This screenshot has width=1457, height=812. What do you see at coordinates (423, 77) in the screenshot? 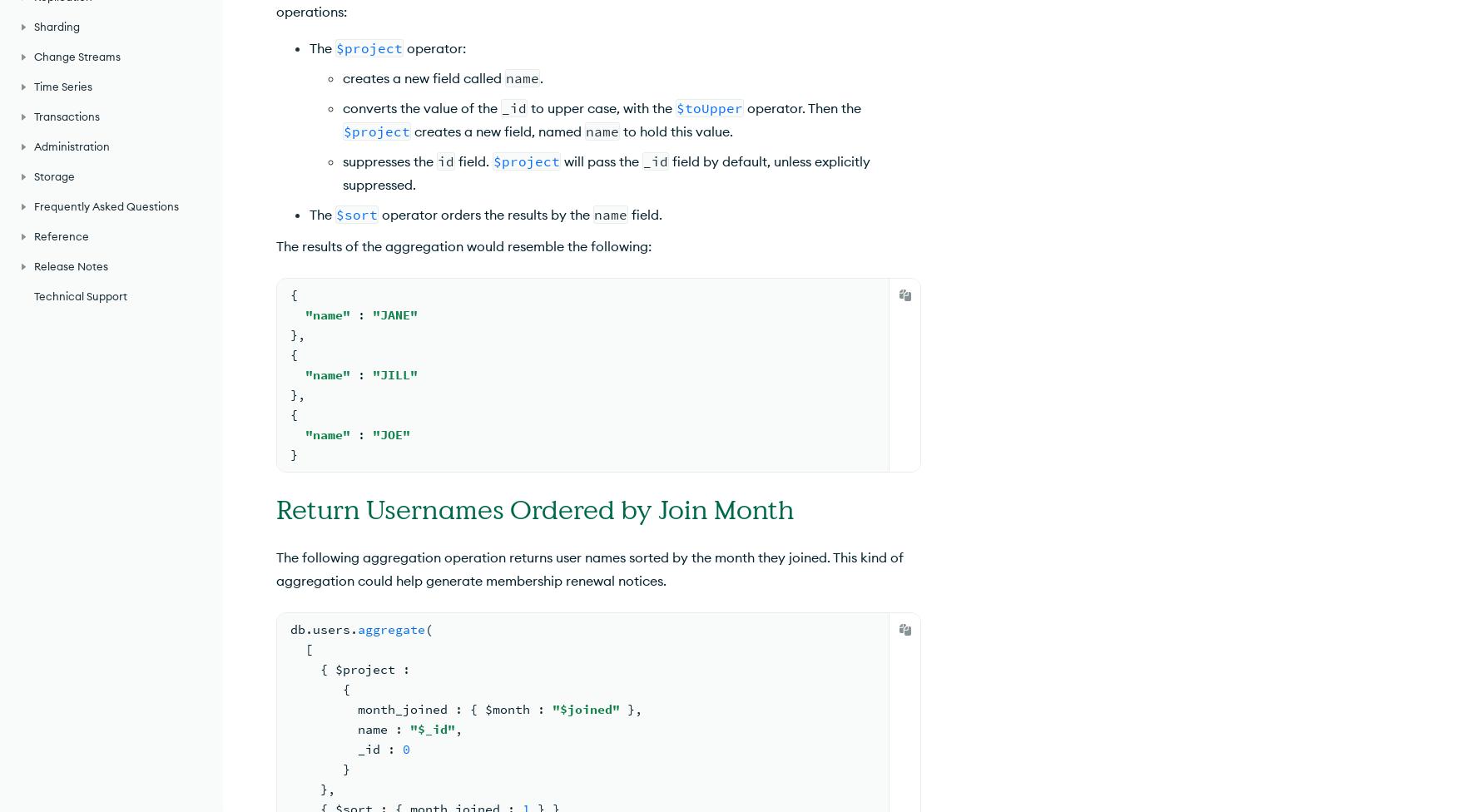
I see `'creates a new field called'` at bounding box center [423, 77].